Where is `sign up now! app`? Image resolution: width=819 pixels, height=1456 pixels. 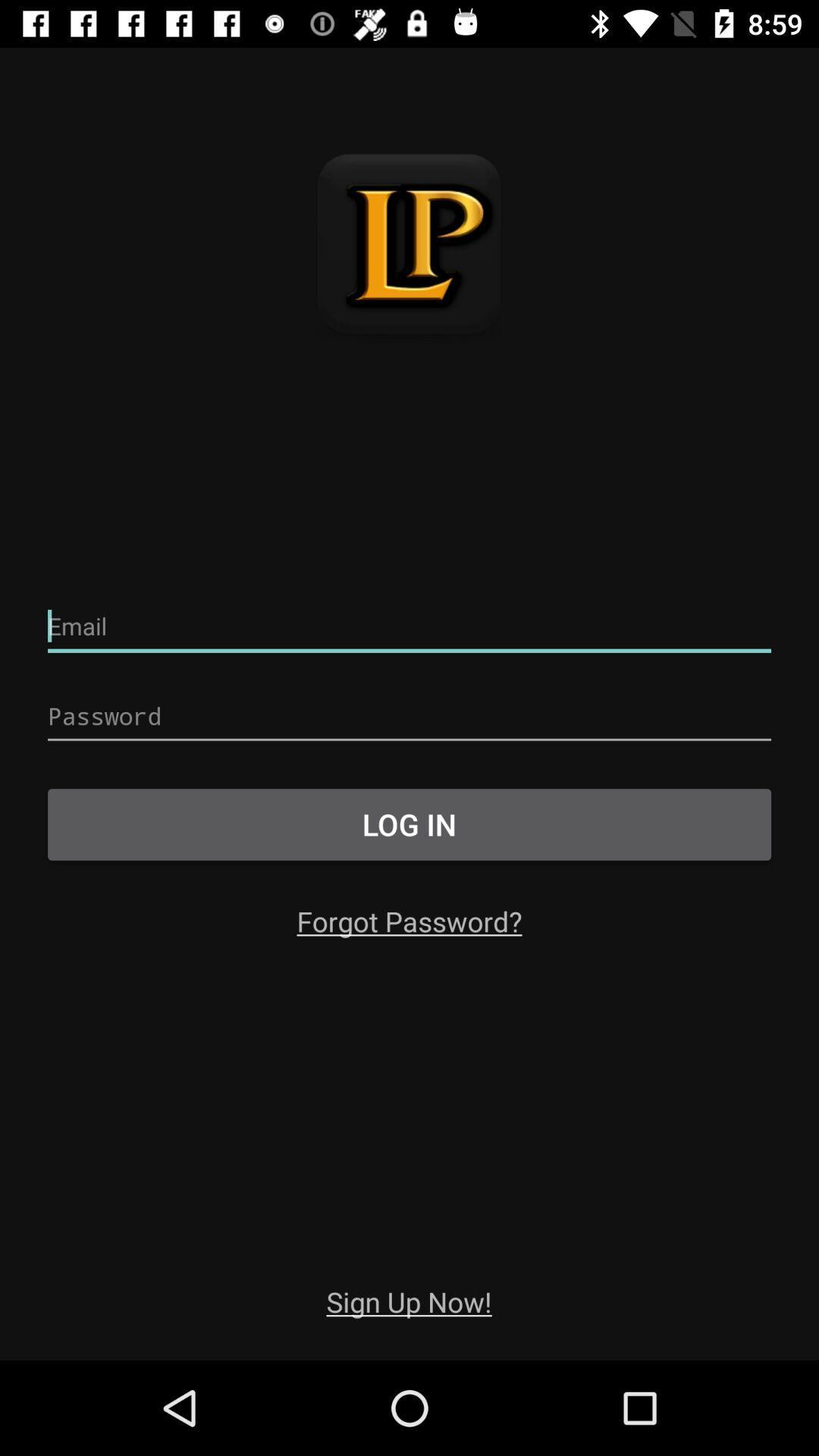 sign up now! app is located at coordinates (408, 1301).